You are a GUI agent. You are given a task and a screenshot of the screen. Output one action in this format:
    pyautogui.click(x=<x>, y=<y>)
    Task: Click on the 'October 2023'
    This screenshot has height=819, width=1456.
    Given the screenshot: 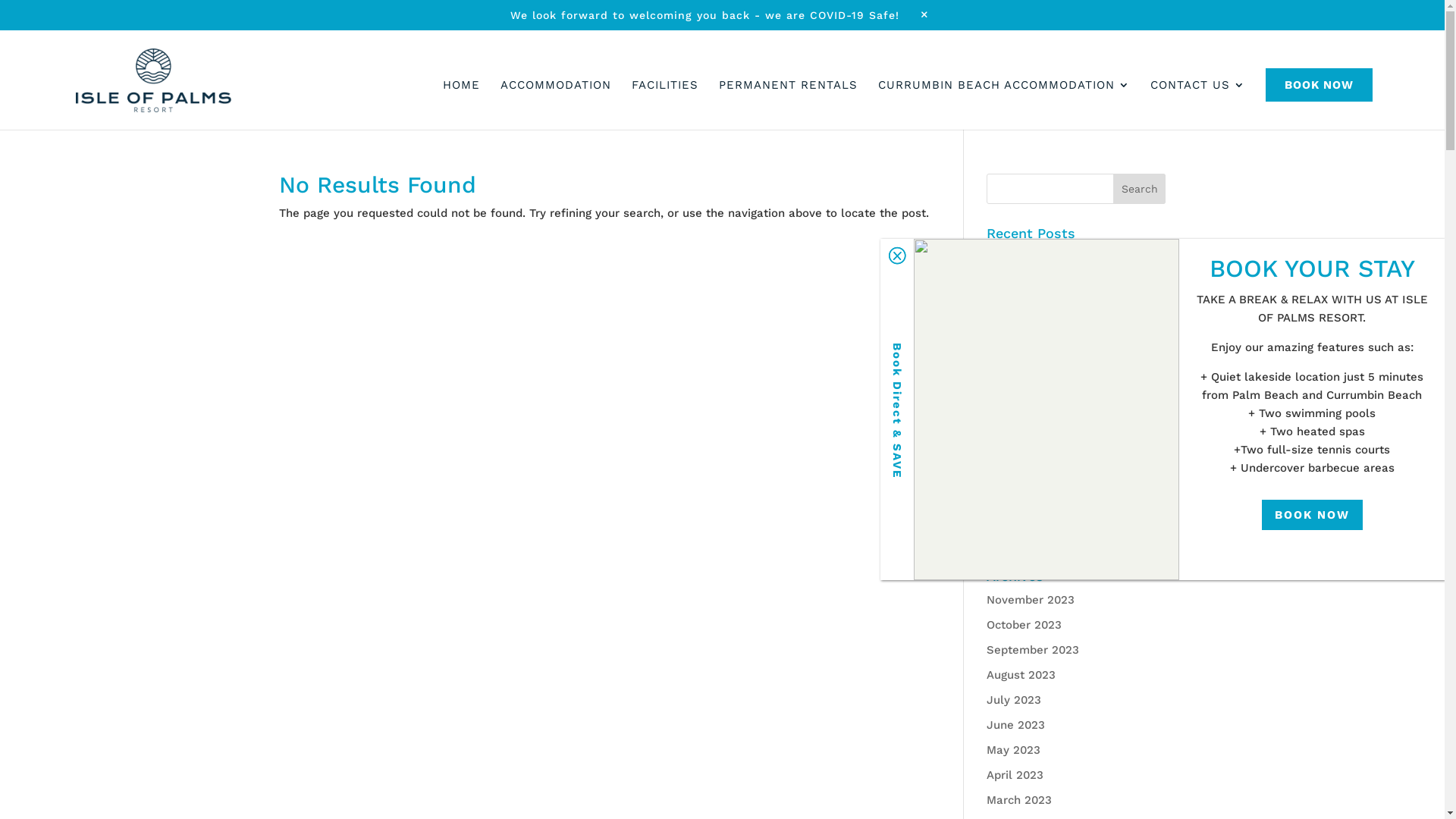 What is the action you would take?
    pyautogui.click(x=986, y=625)
    